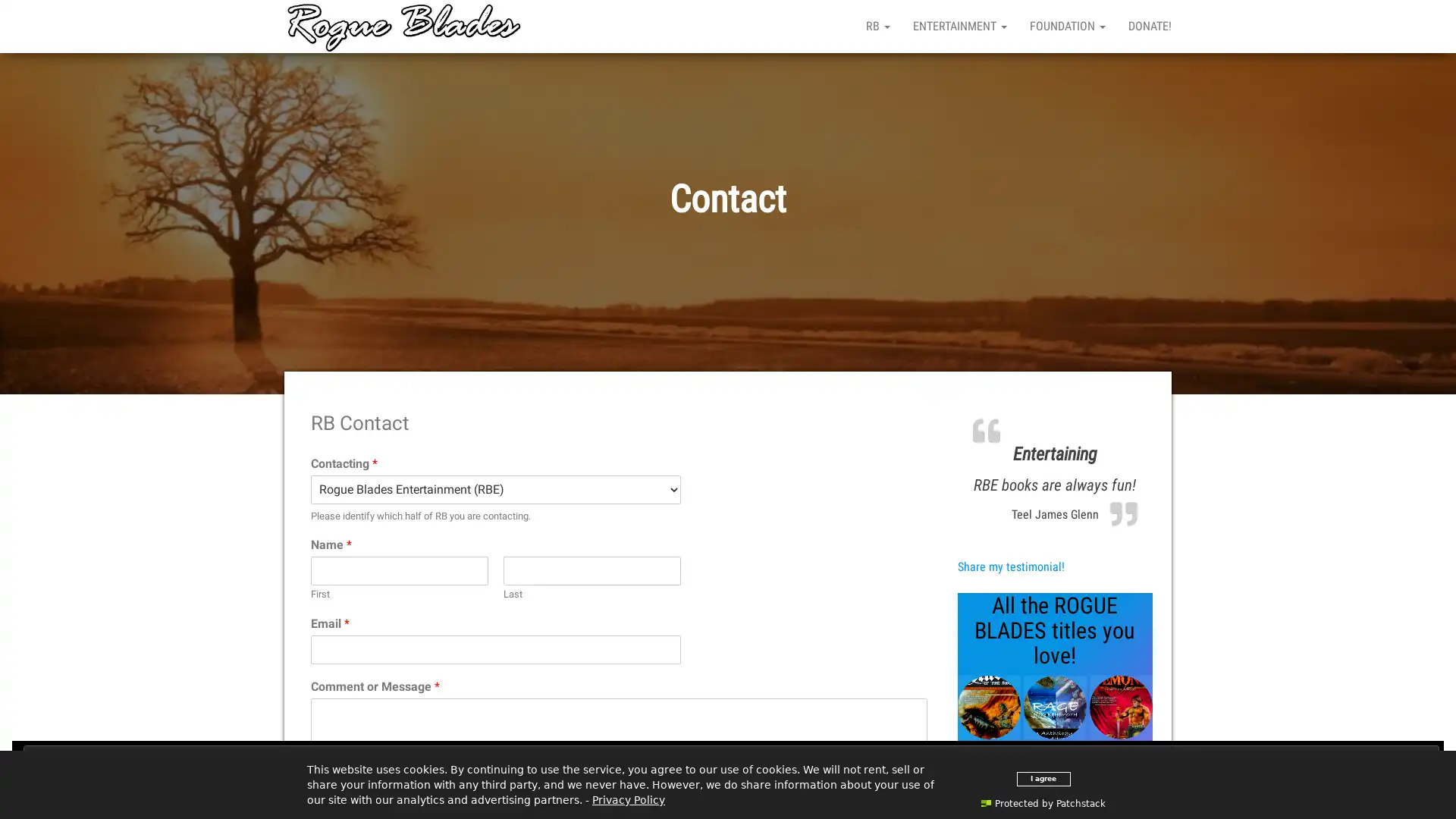 The width and height of the screenshot is (1456, 819). I want to click on Close and accept, so click(731, 760).